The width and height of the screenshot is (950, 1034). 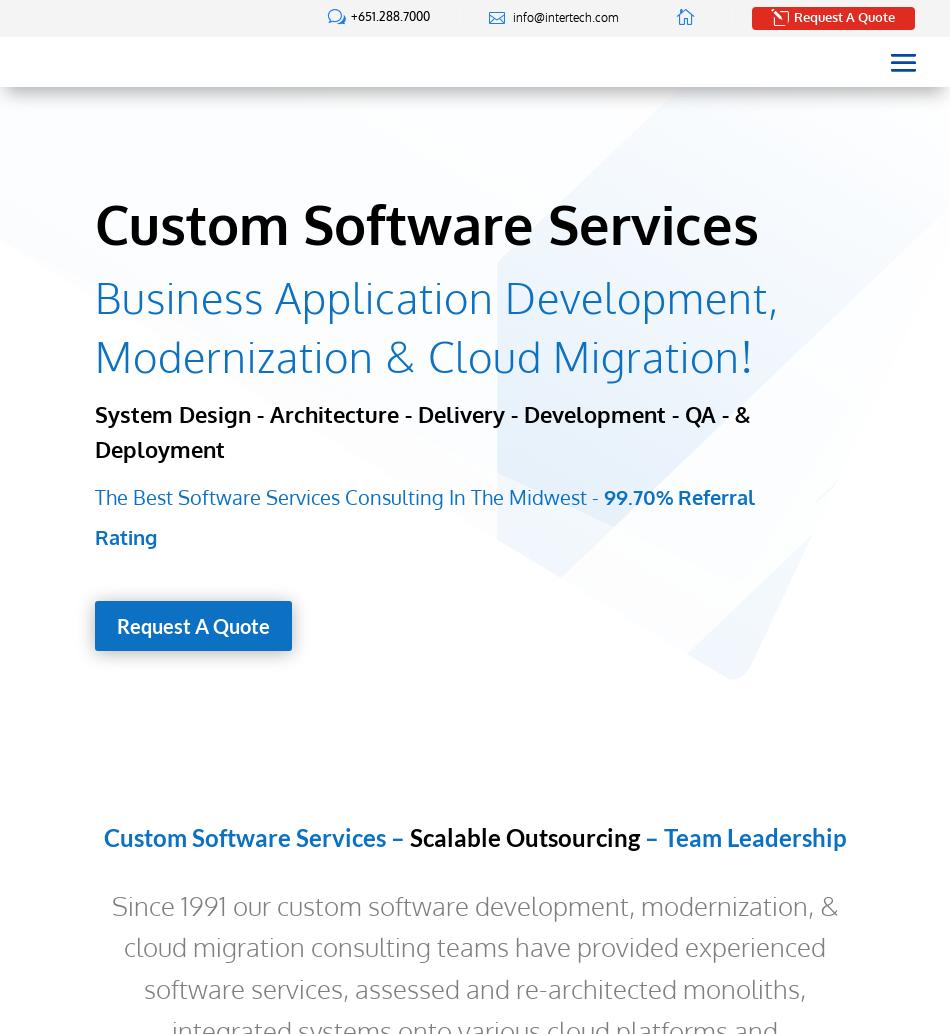 I want to click on 'Business Application Development, Modernization & Cloud Migration!', so click(x=436, y=325).